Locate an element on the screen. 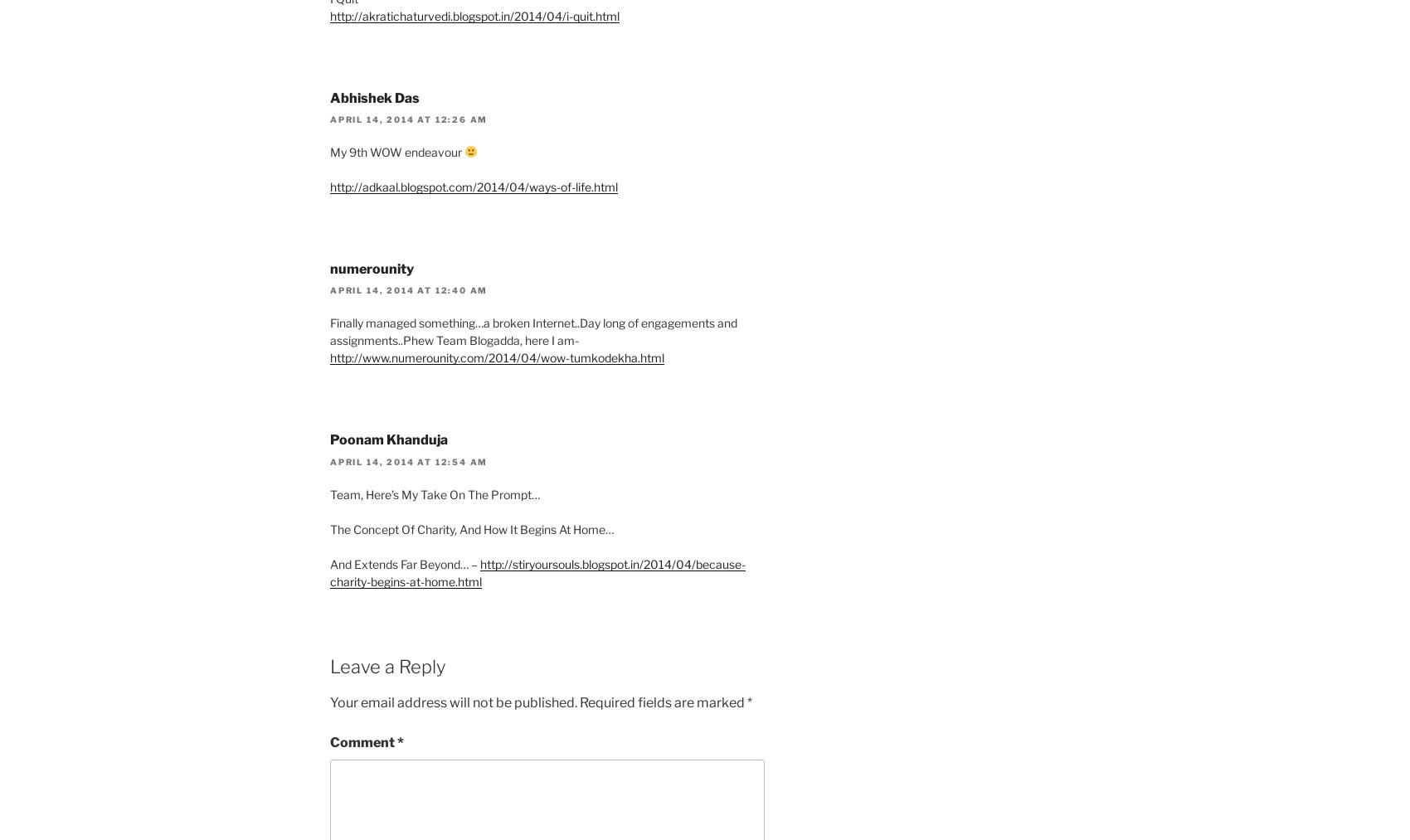 The width and height of the screenshot is (1410, 840). 'And Extends Far Beyond… –' is located at coordinates (405, 562).